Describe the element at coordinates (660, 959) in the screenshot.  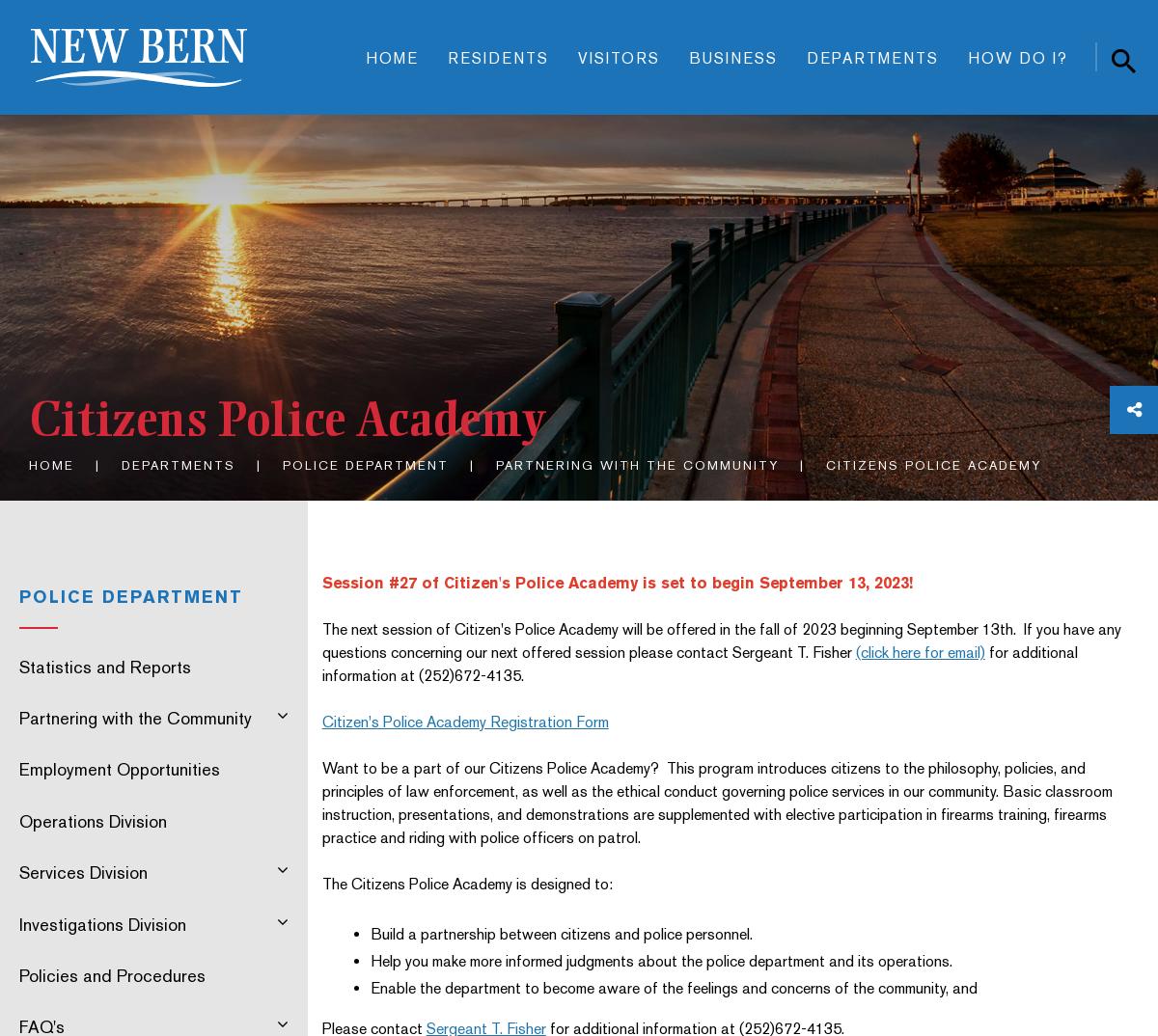
I see `'Help you make more informed judgments about the police department and its operations.'` at that location.